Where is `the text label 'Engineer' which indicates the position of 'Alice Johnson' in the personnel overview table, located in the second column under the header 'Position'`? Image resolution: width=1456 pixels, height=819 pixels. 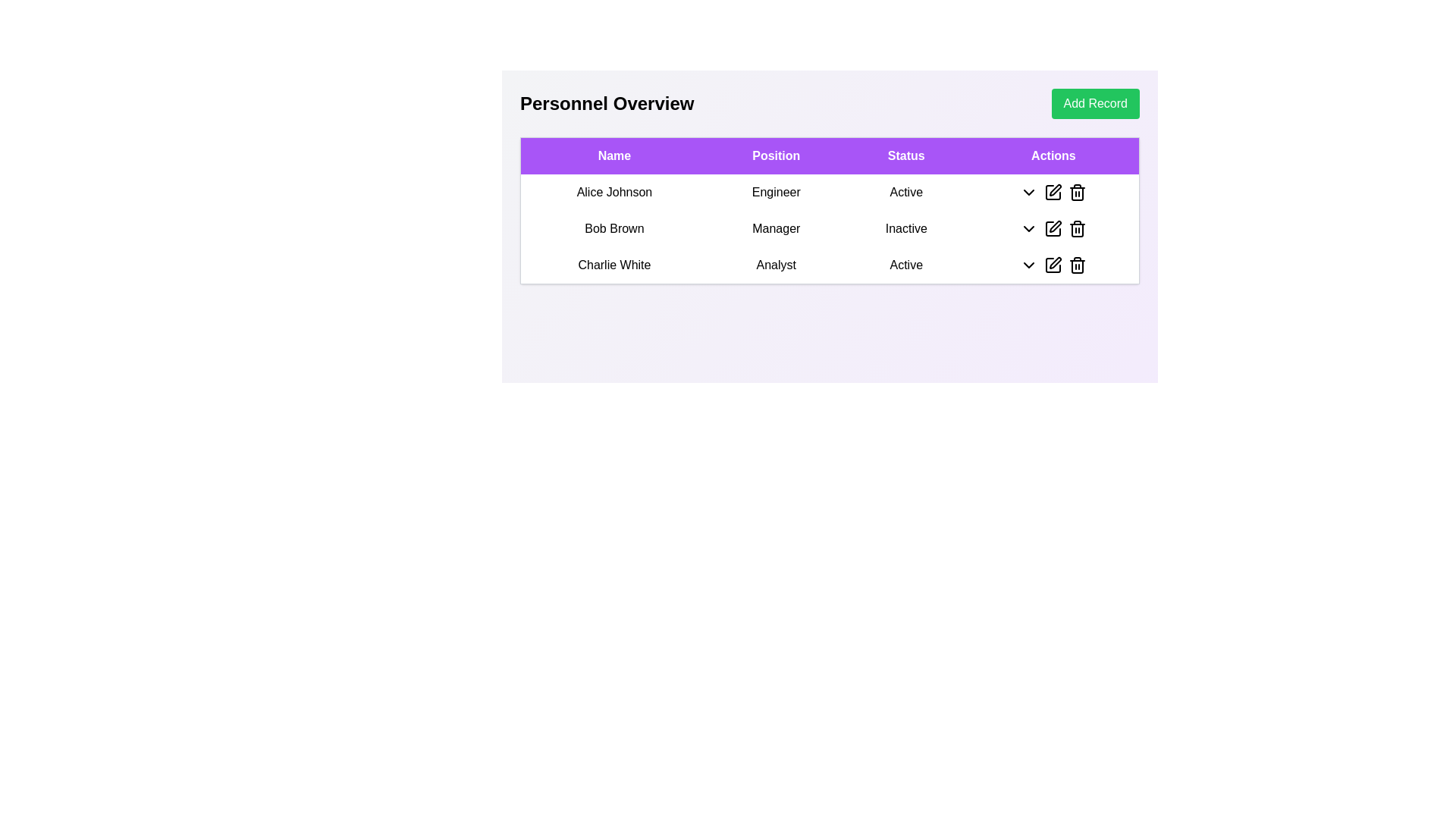
the text label 'Engineer' which indicates the position of 'Alice Johnson' in the personnel overview table, located in the second column under the header 'Position' is located at coordinates (776, 192).